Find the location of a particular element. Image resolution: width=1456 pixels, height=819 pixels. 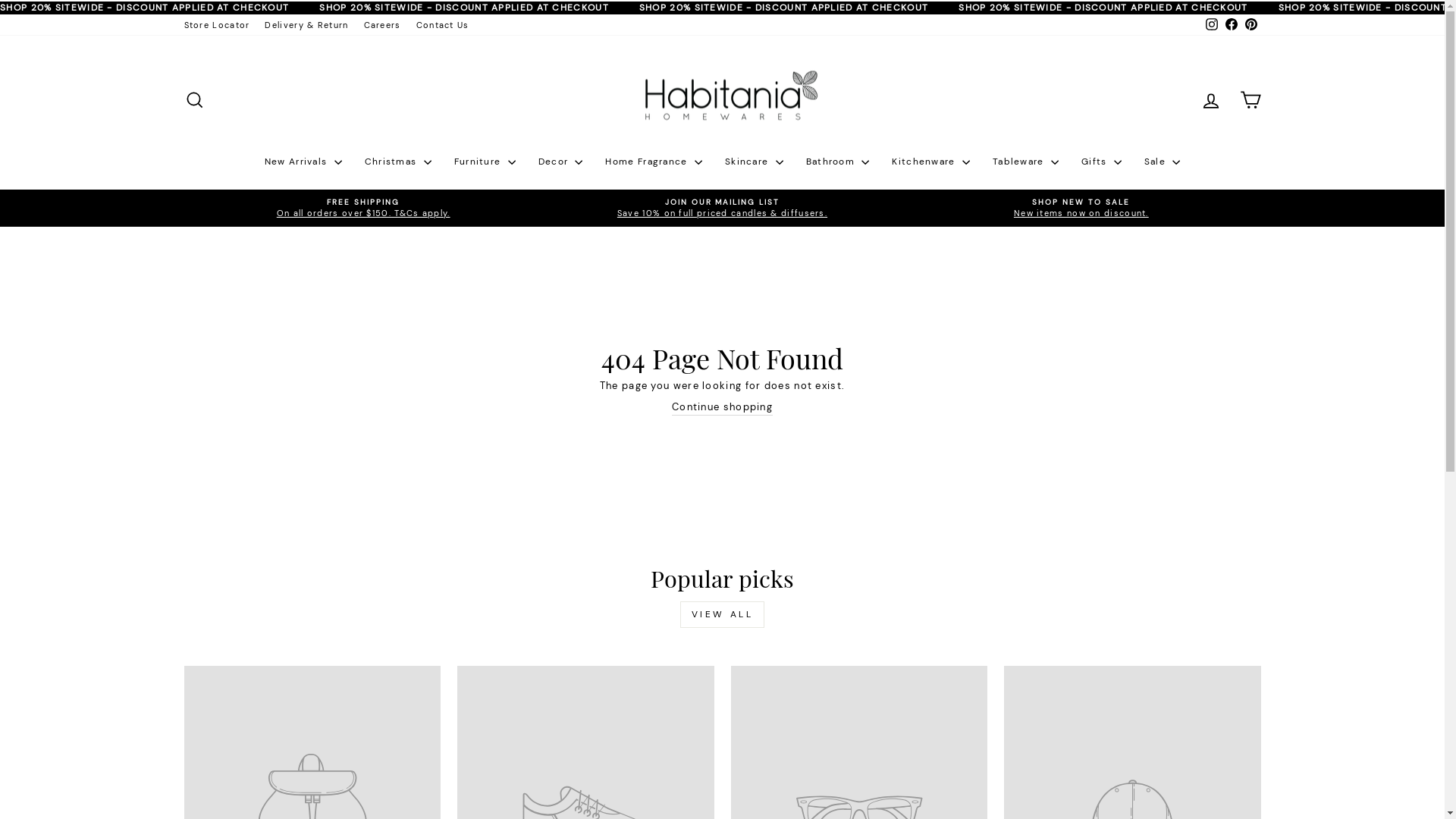

'Facebook' is located at coordinates (1230, 26).